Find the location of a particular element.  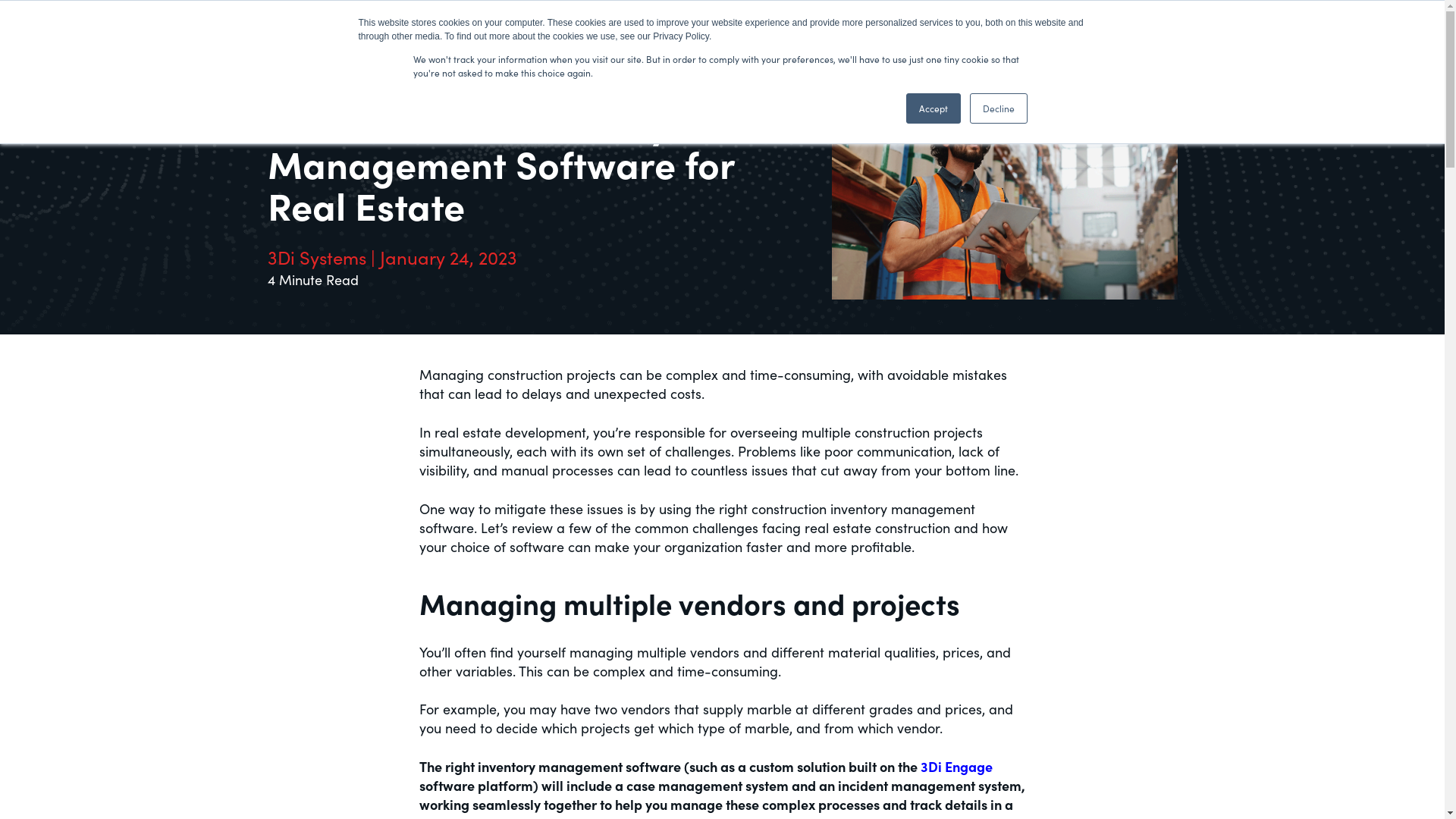

'Decline' is located at coordinates (997, 107).